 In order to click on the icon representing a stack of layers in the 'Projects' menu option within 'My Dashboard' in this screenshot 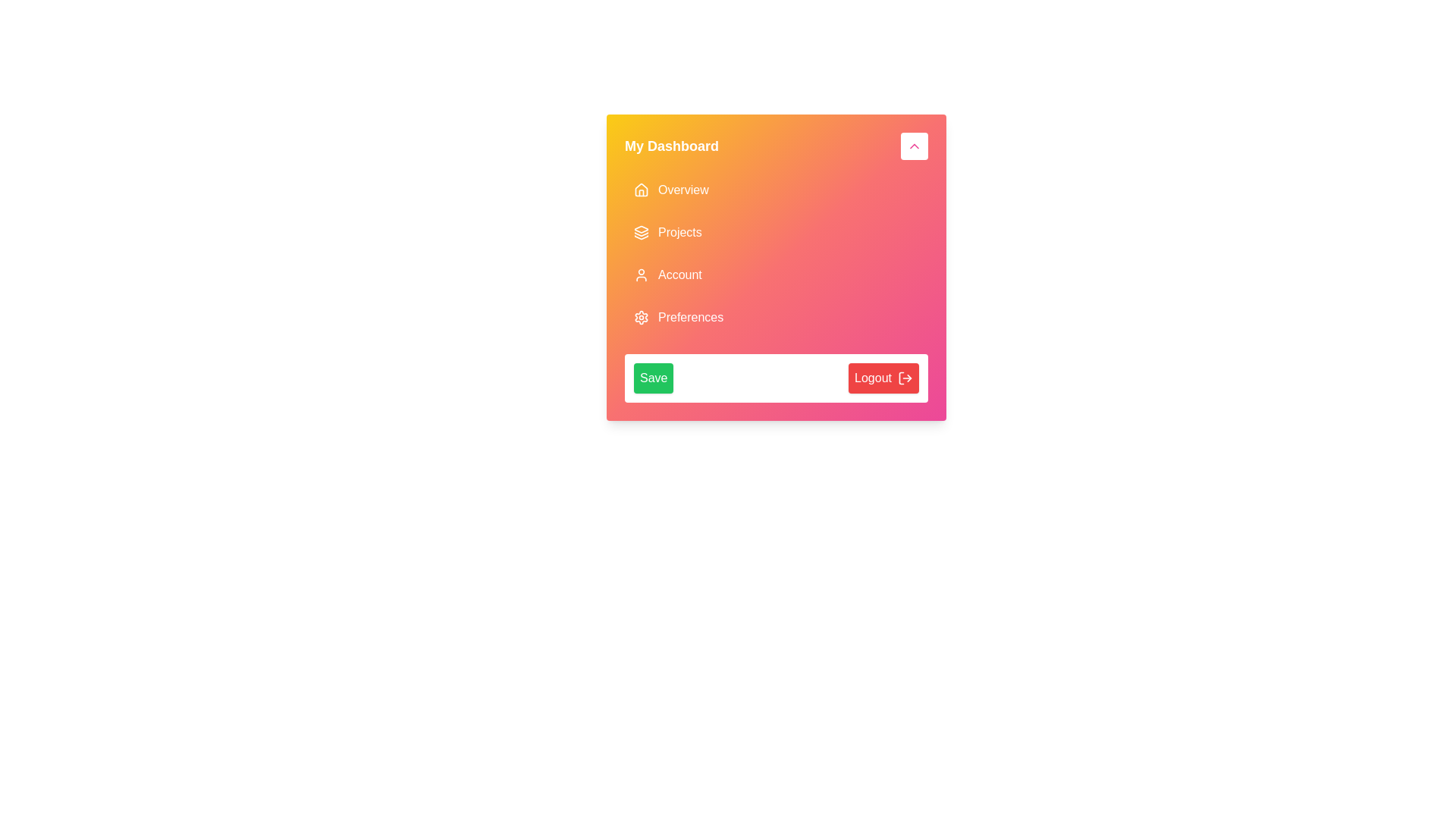, I will do `click(641, 233)`.